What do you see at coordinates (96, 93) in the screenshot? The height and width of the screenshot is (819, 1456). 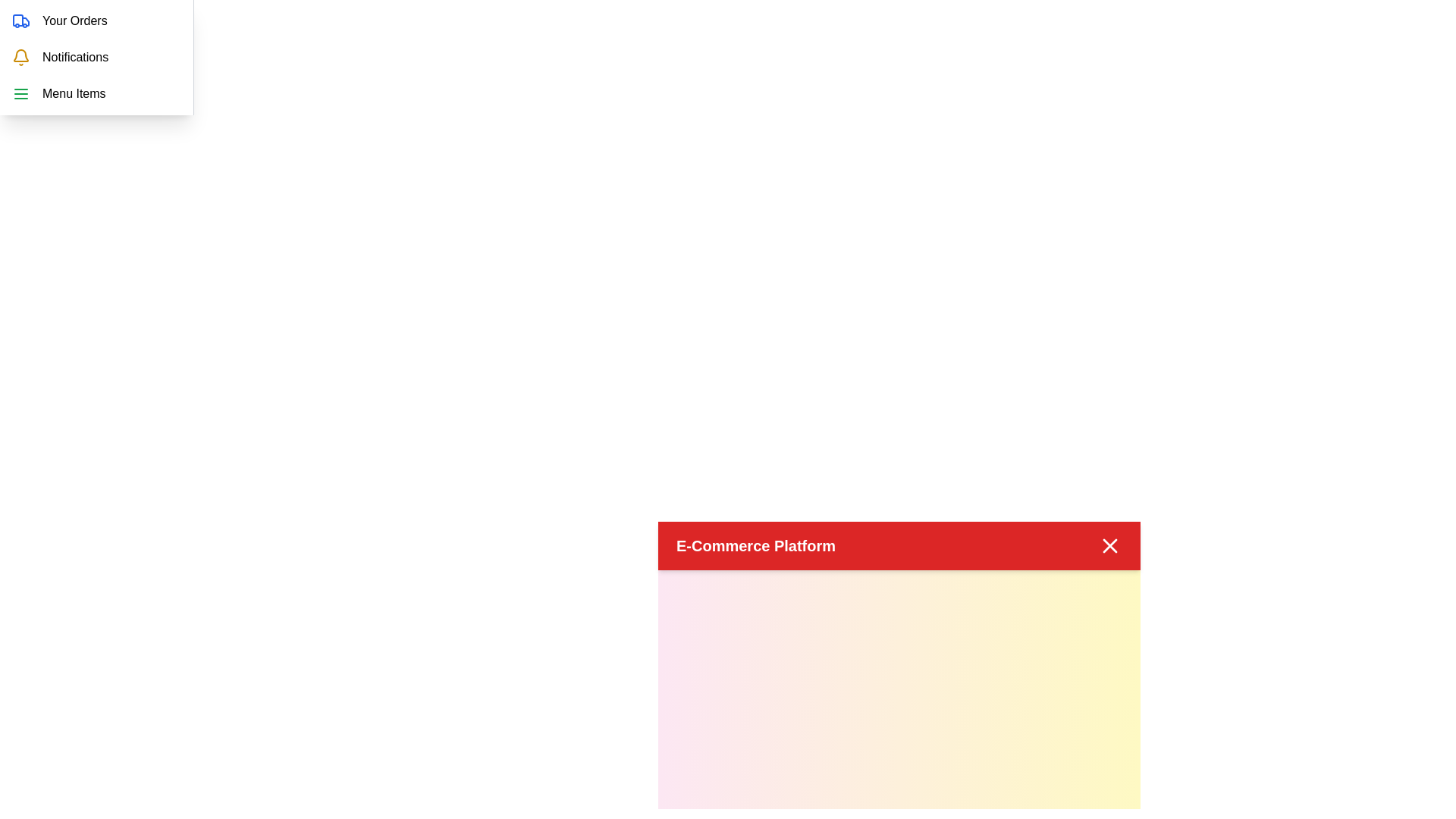 I see `the third navigation link in the vertical list, located below 'Your Orders' and 'Notifications'` at bounding box center [96, 93].